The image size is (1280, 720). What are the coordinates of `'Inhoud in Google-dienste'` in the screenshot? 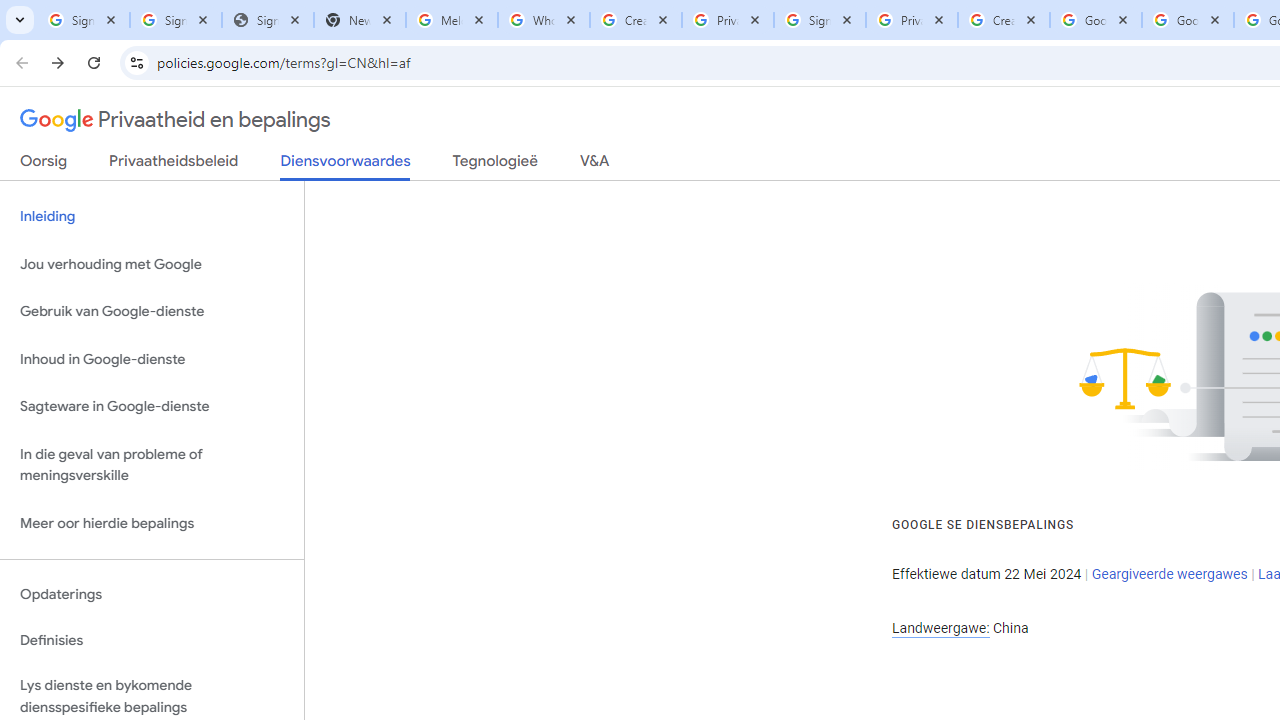 It's located at (151, 358).